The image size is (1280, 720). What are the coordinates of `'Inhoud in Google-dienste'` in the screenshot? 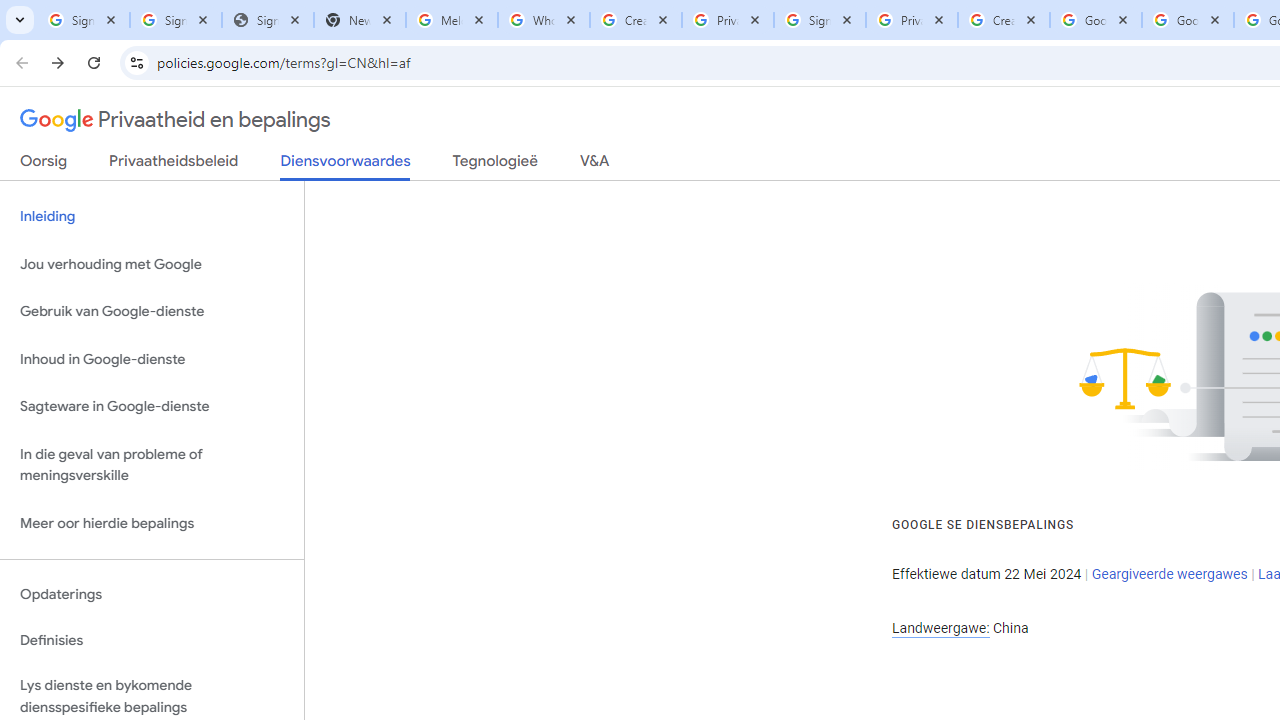 It's located at (151, 358).